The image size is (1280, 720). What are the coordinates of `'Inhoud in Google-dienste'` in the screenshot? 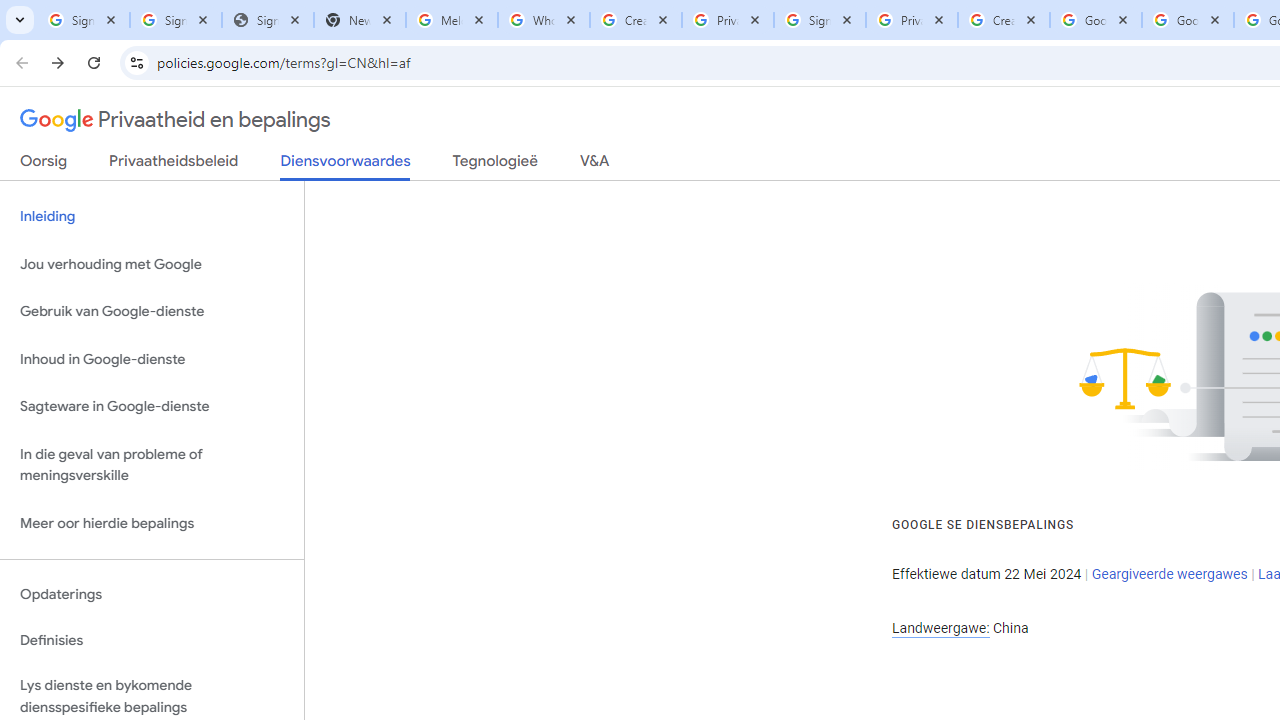 It's located at (151, 358).